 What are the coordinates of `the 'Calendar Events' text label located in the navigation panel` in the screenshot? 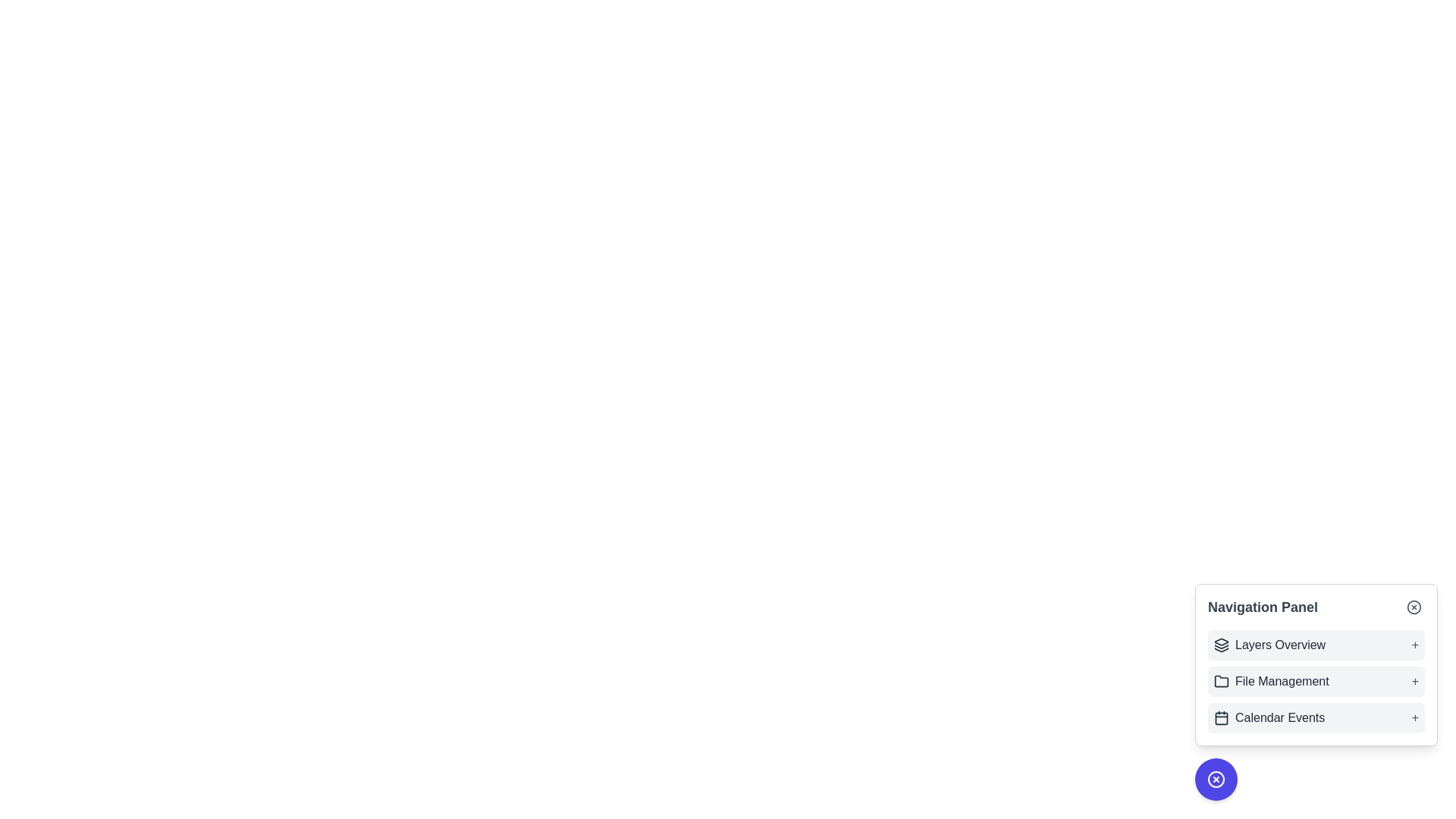 It's located at (1279, 717).